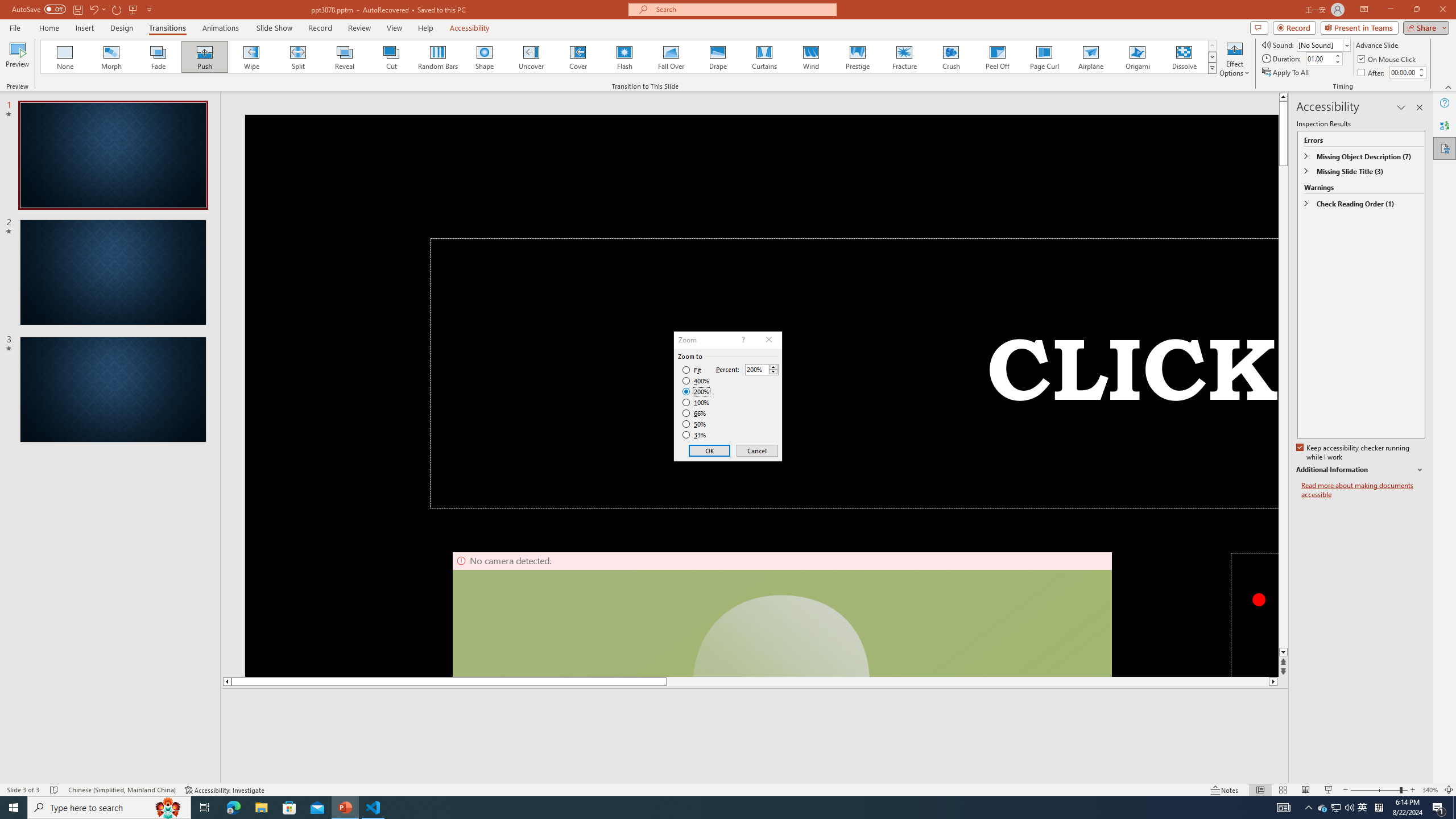  What do you see at coordinates (1387, 59) in the screenshot?
I see `'On Mouse Click'` at bounding box center [1387, 59].